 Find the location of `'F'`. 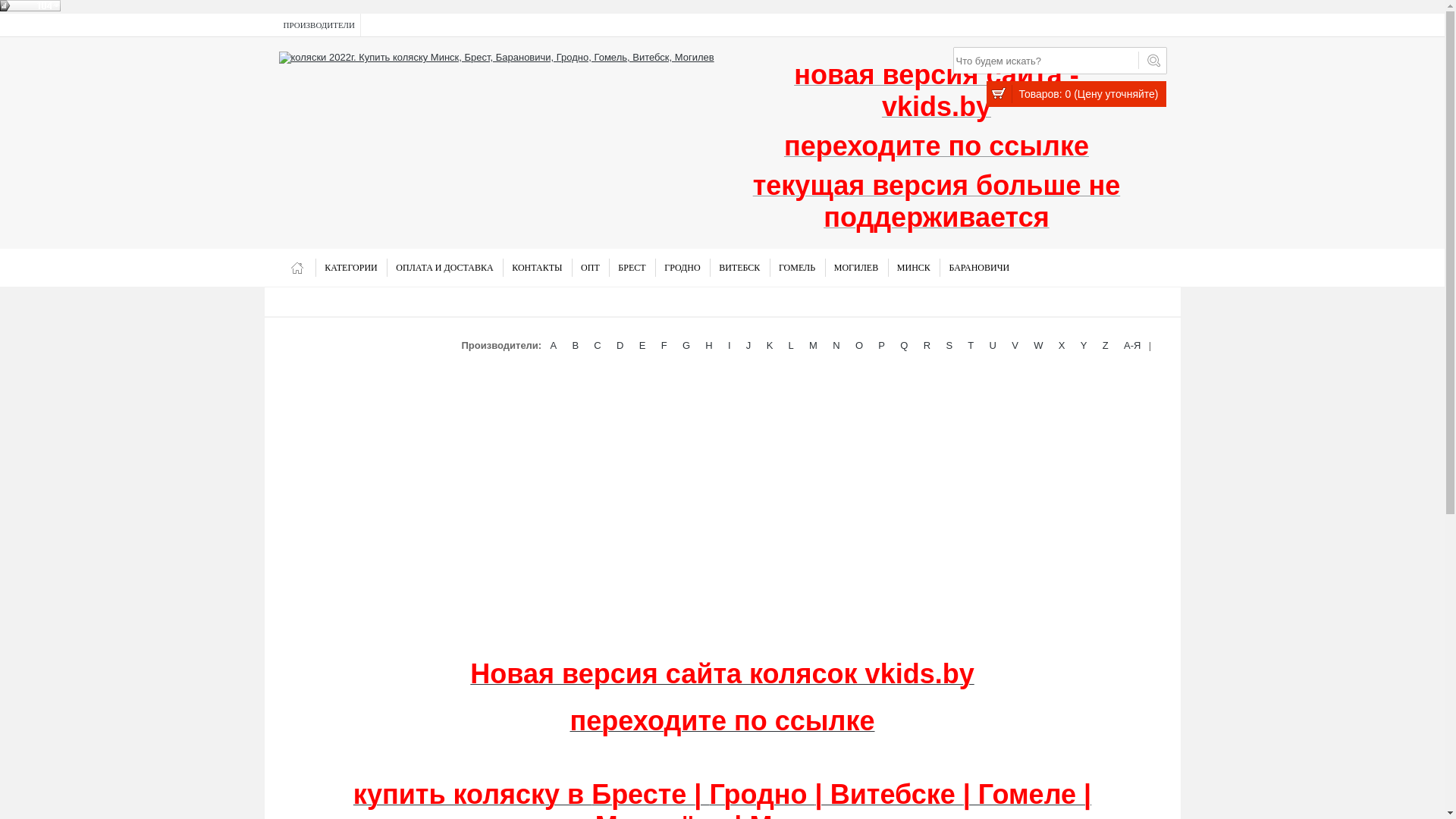

'F' is located at coordinates (657, 345).